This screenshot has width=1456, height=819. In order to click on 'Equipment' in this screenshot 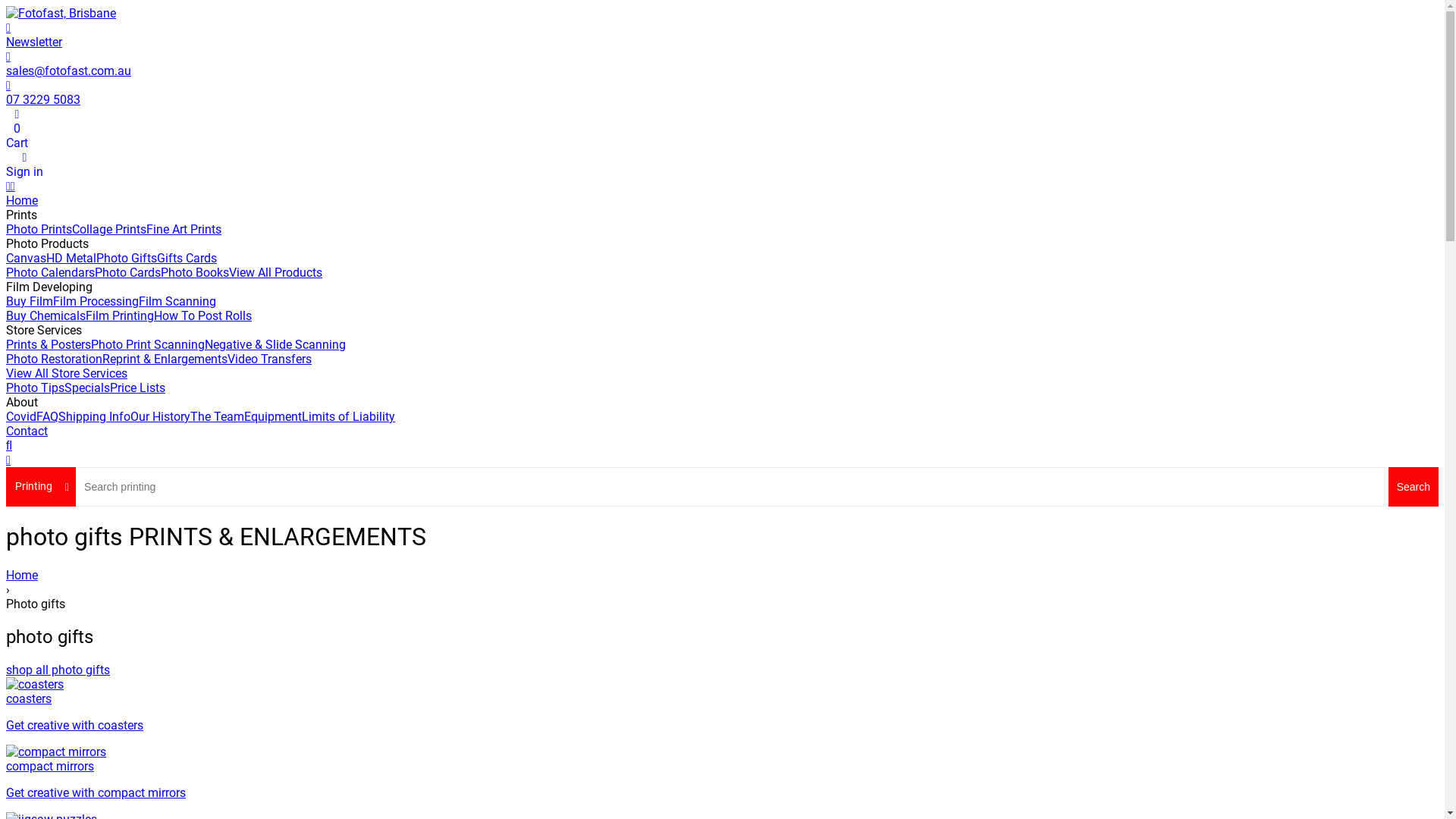, I will do `click(243, 416)`.